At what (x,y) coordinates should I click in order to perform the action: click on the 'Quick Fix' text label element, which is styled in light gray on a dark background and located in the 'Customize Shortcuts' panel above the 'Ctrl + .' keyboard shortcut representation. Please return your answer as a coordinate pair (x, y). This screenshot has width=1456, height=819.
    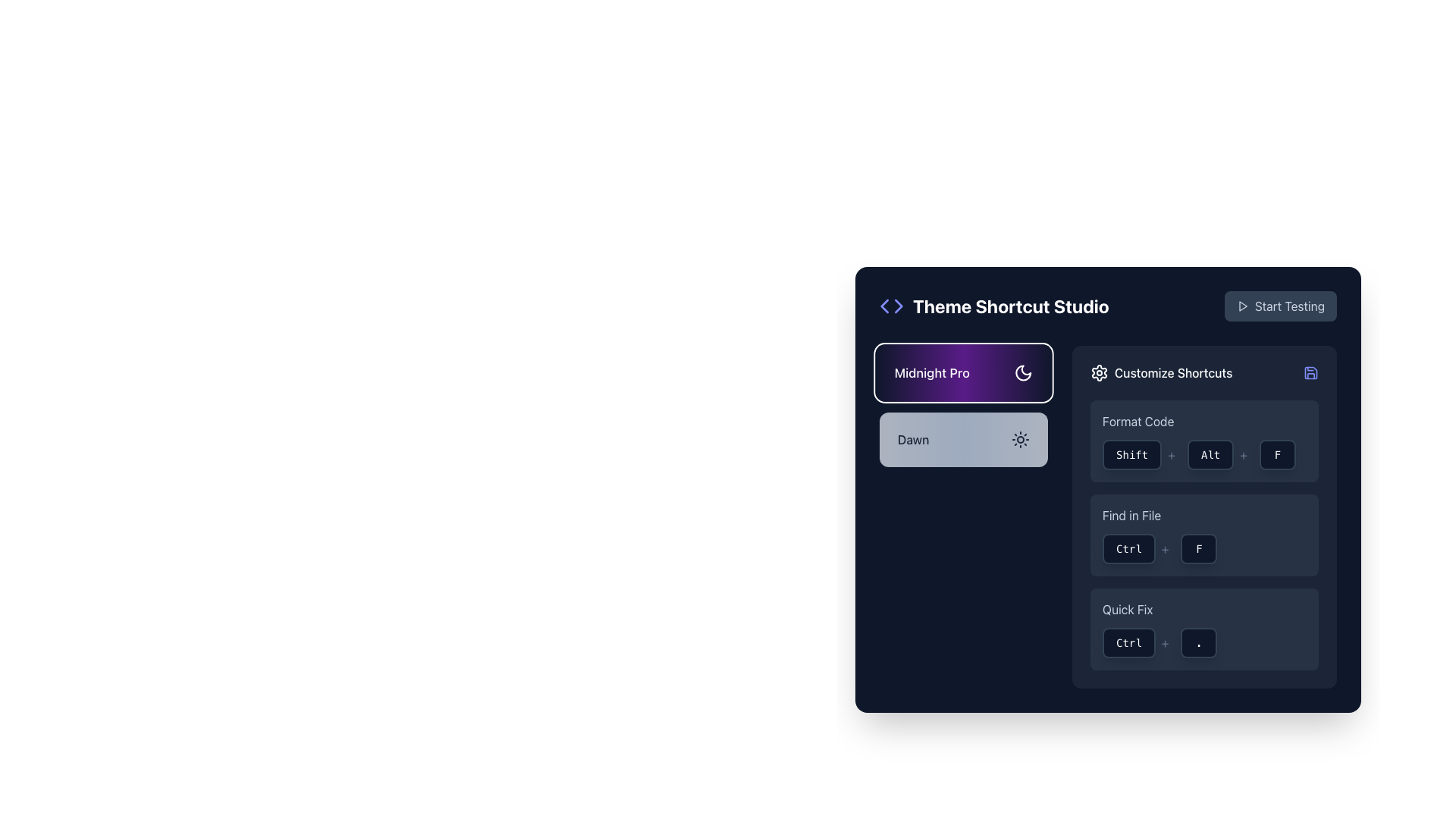
    Looking at the image, I should click on (1128, 608).